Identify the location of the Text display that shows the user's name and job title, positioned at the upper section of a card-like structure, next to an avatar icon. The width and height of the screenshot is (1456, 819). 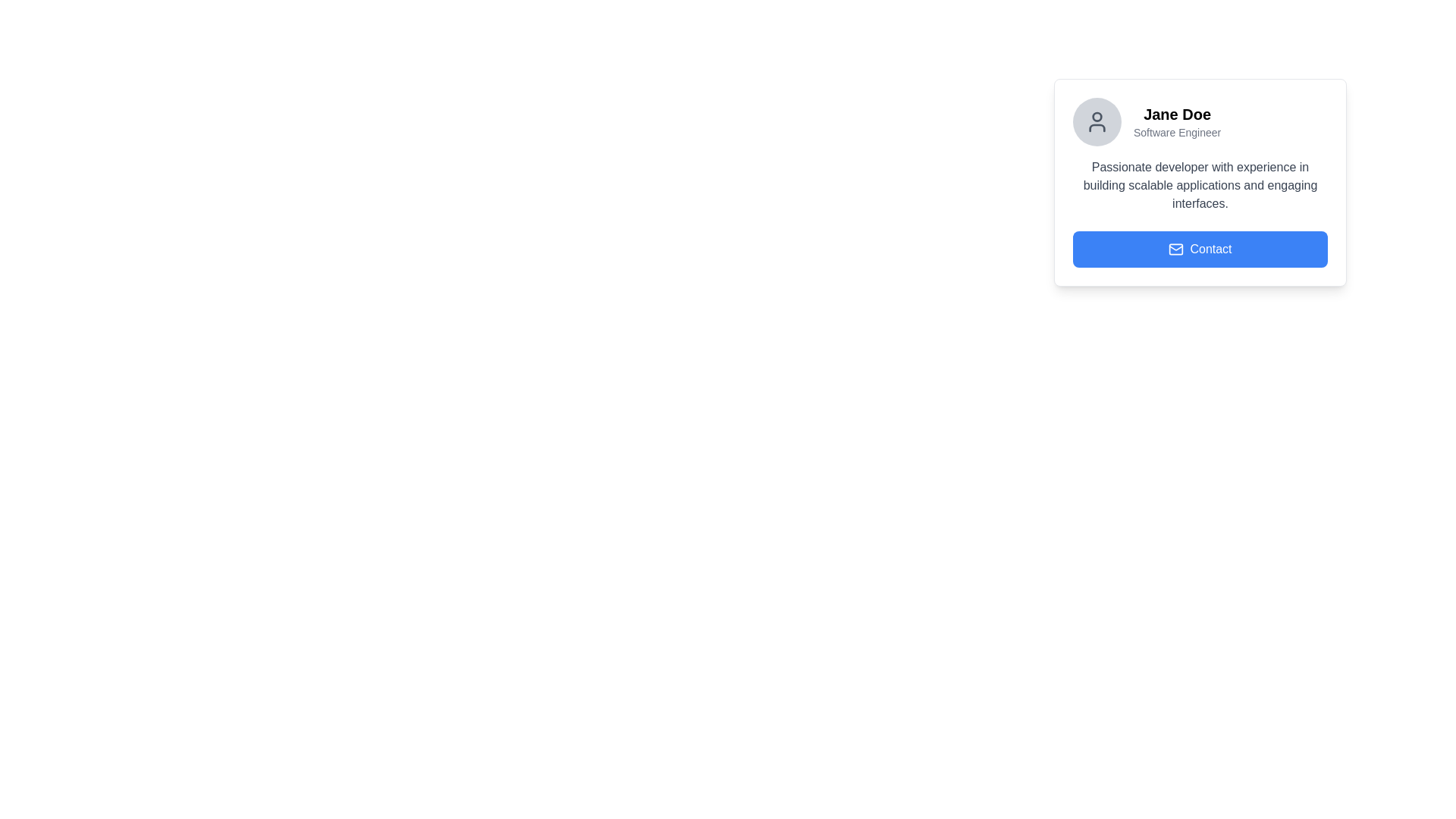
(1176, 121).